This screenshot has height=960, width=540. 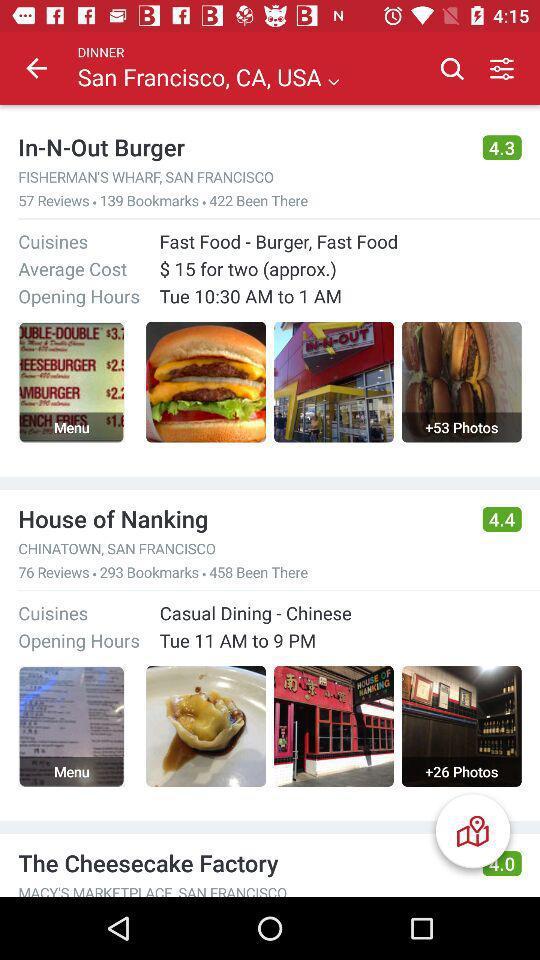 What do you see at coordinates (241, 146) in the screenshot?
I see `icon next to the 4.3 icon` at bounding box center [241, 146].